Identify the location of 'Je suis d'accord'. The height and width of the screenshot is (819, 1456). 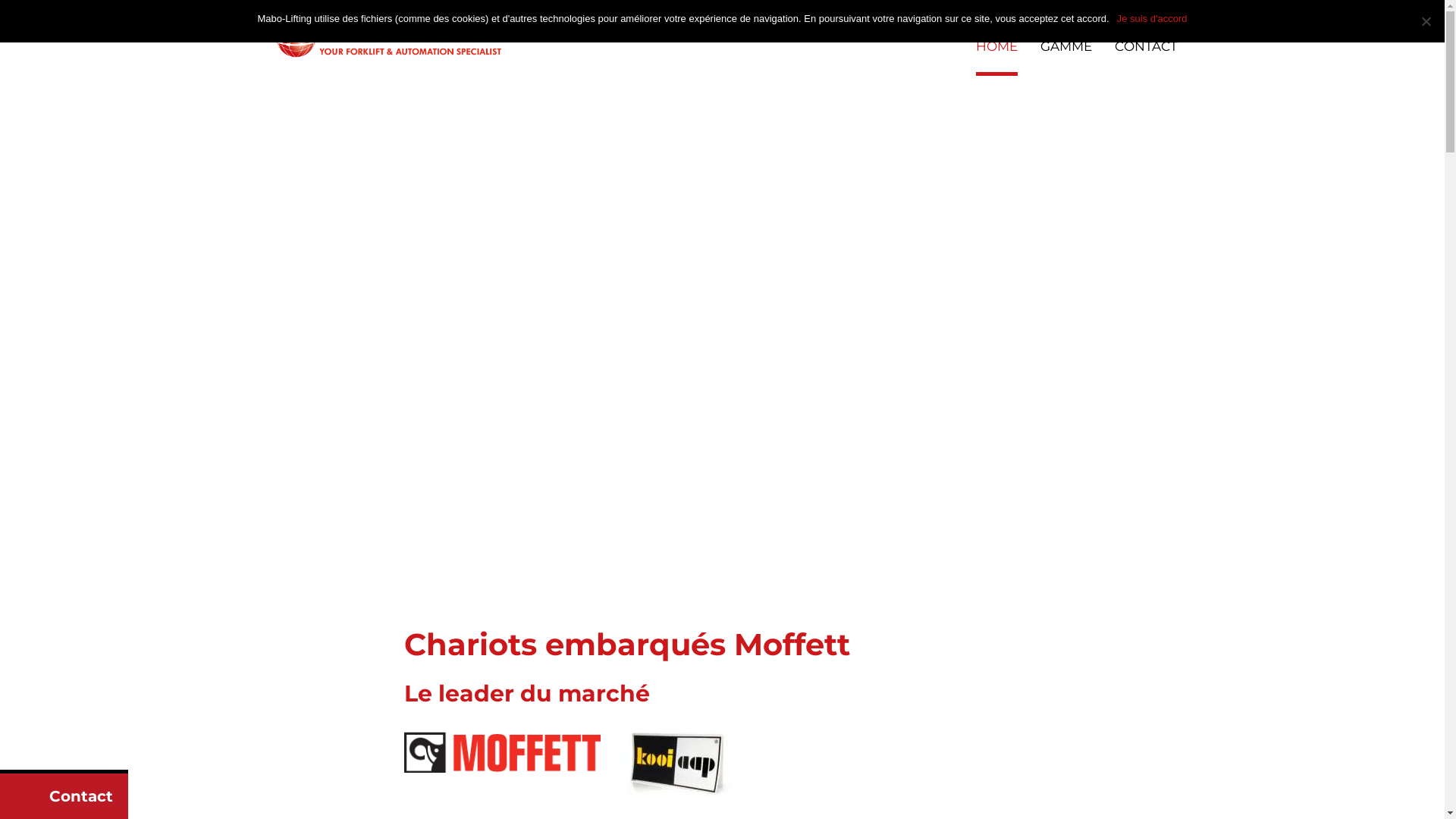
(1152, 18).